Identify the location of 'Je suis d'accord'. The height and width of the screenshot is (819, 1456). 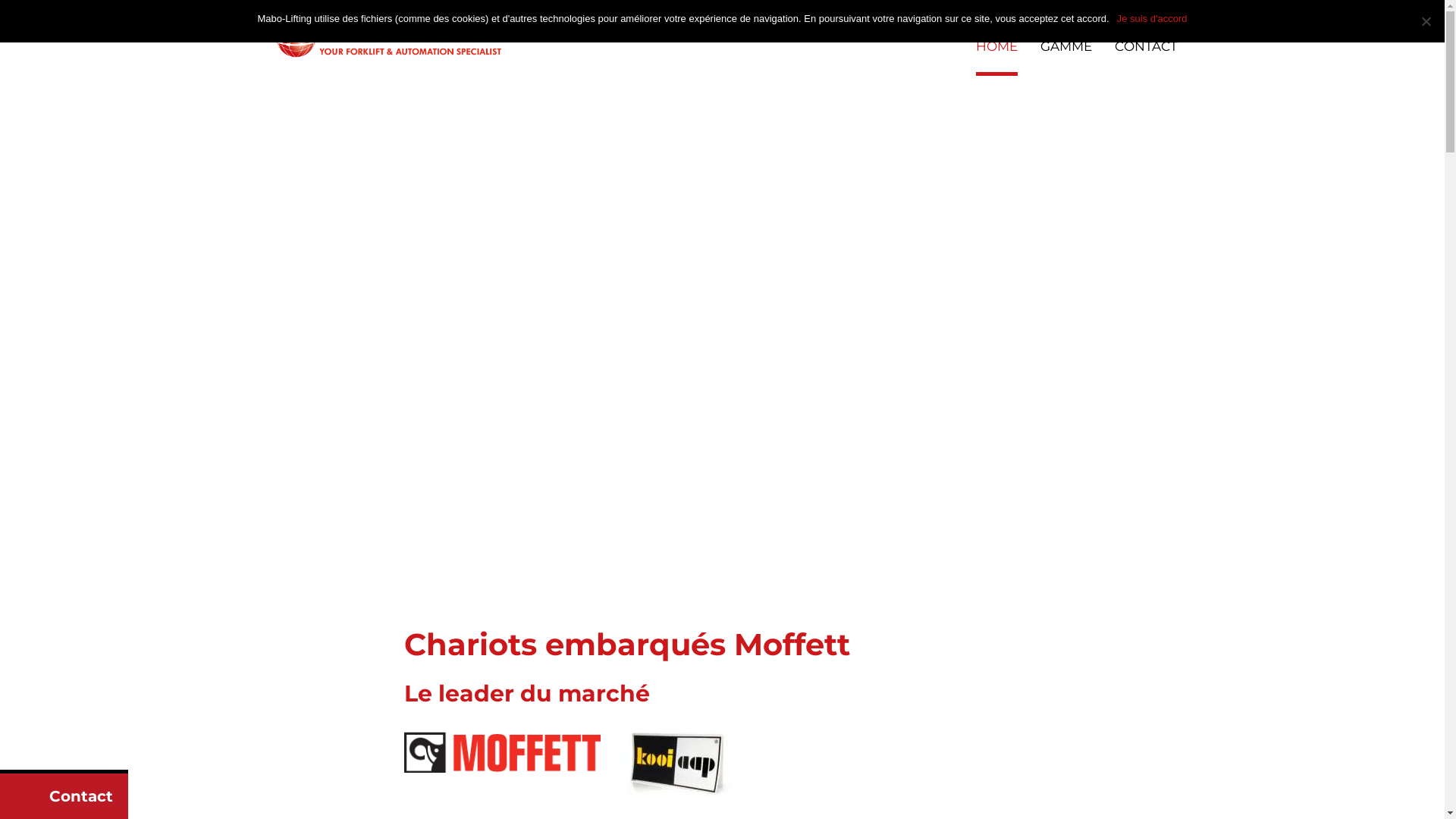
(1152, 18).